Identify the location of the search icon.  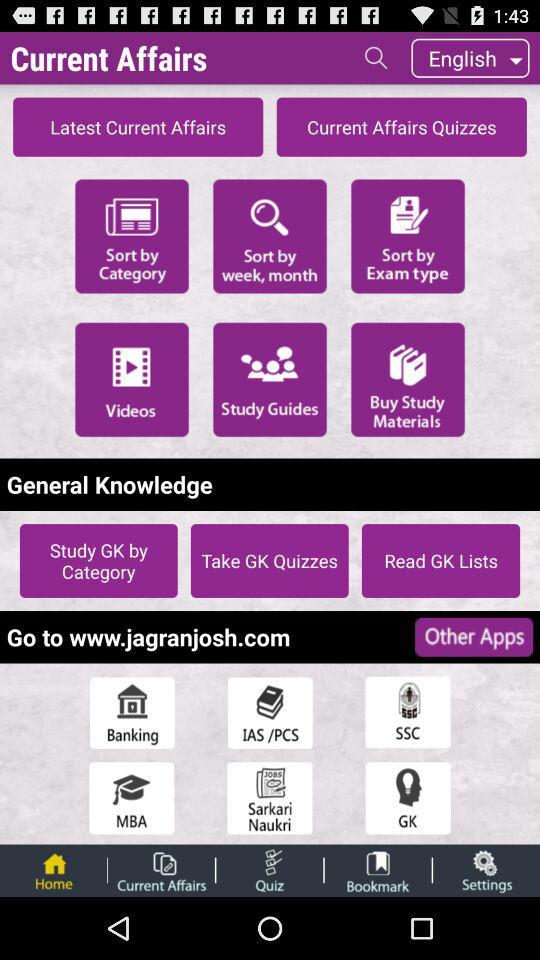
(376, 61).